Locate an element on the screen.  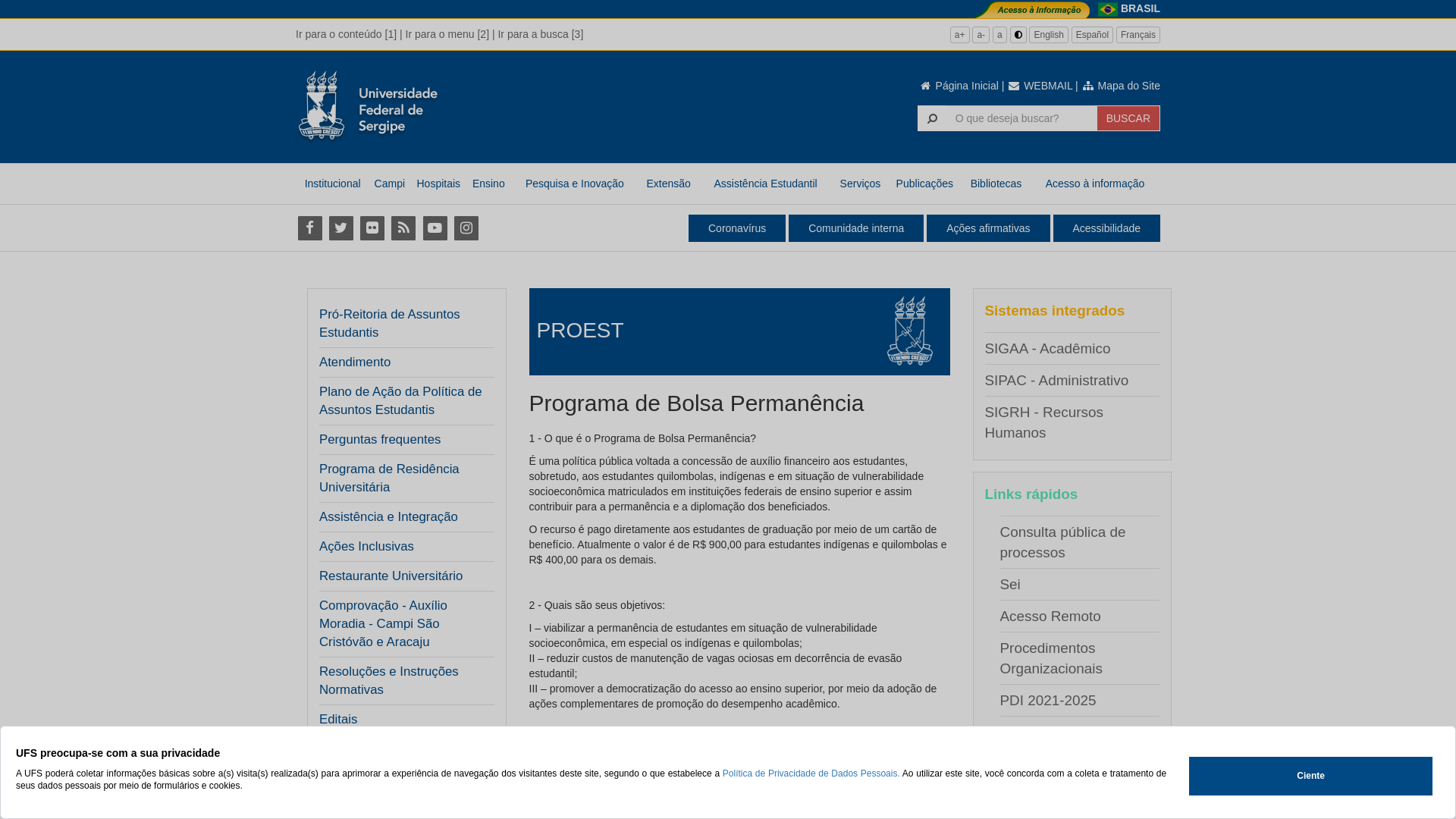
'BRASIL' is located at coordinates (1140, 8).